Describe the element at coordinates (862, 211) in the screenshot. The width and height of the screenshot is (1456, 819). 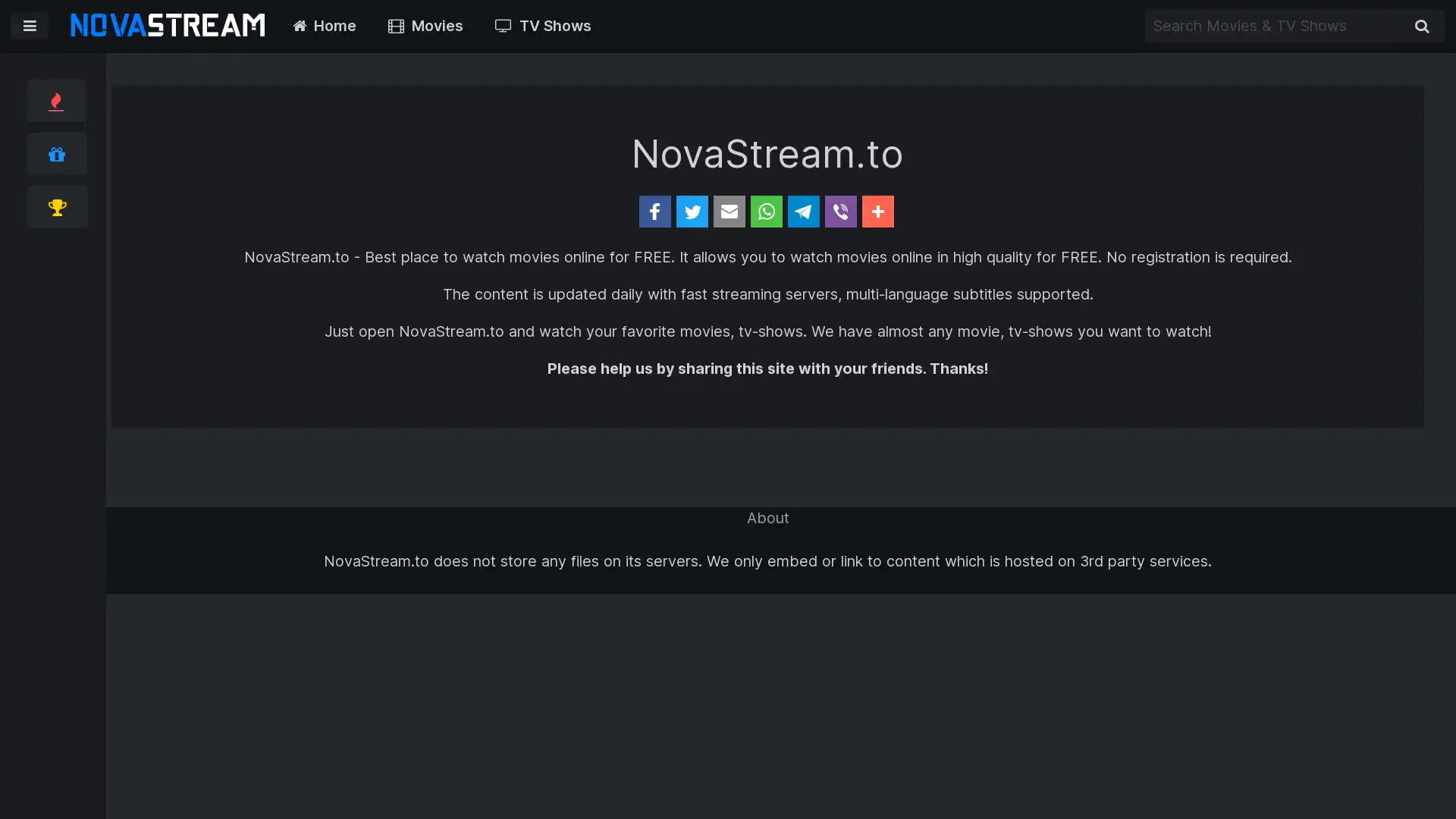
I see `Share to Telegram Telegram` at that location.